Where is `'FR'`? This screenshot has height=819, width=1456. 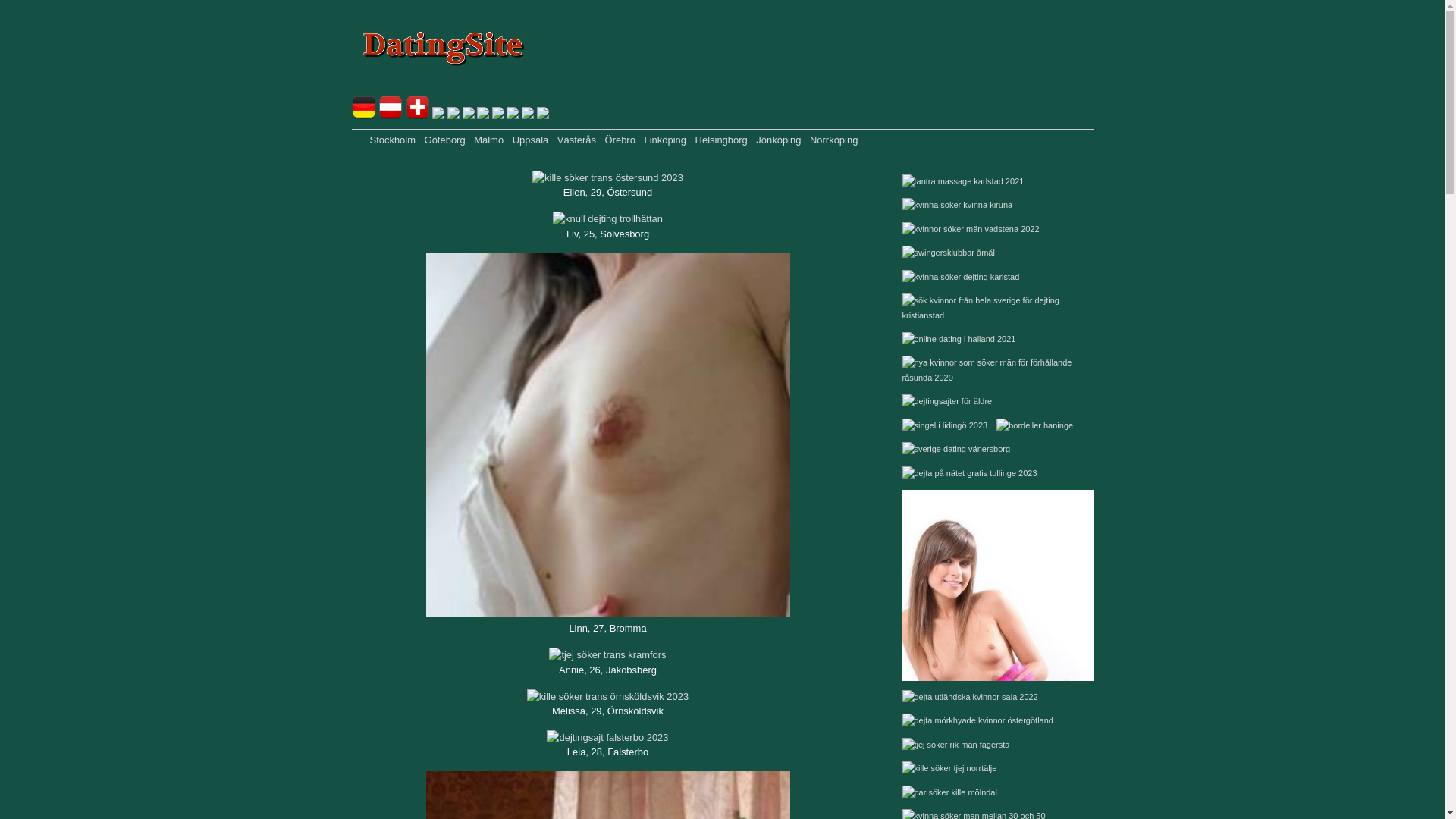 'FR' is located at coordinates (437, 115).